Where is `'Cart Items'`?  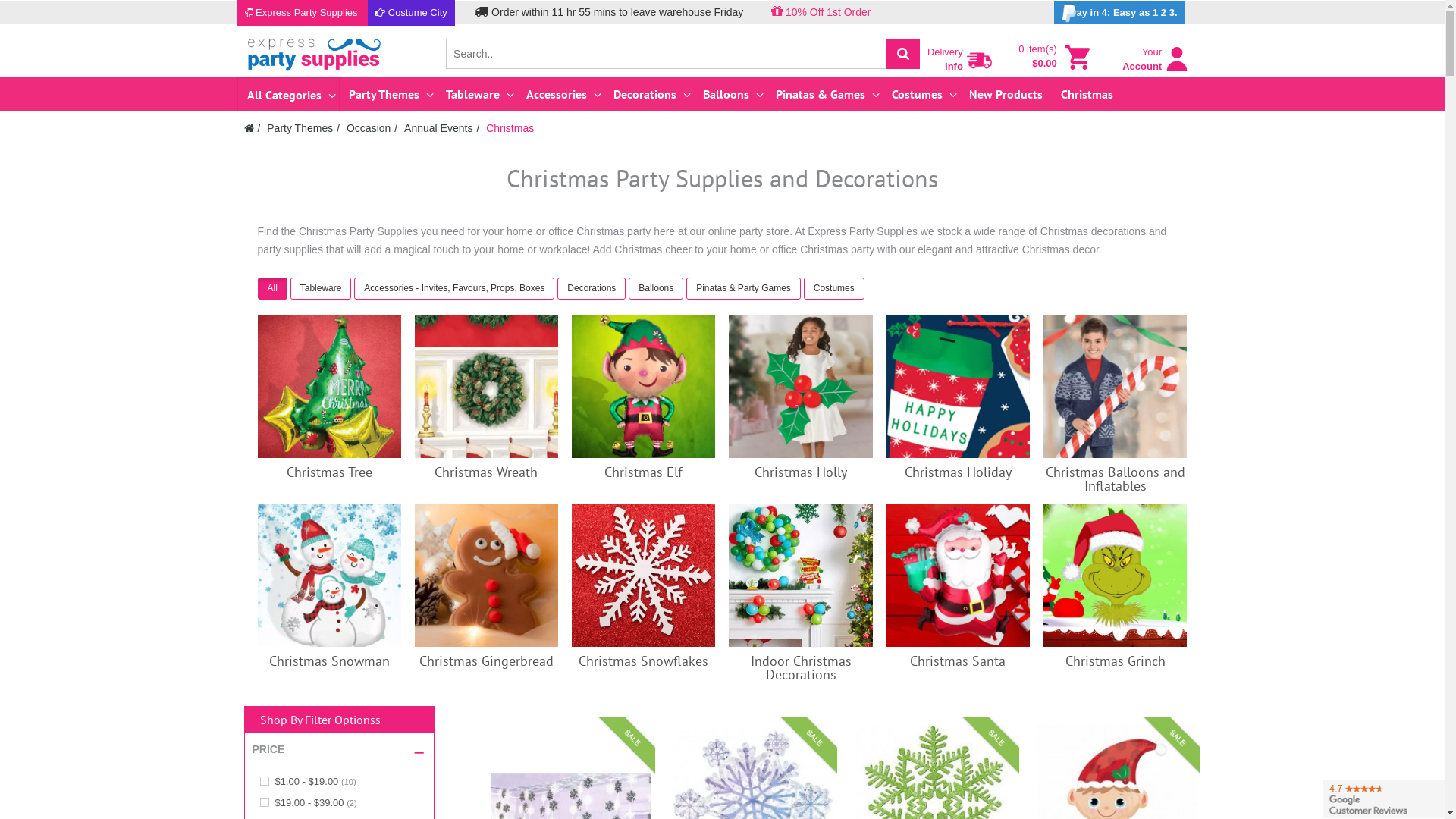
'Cart Items' is located at coordinates (1076, 57).